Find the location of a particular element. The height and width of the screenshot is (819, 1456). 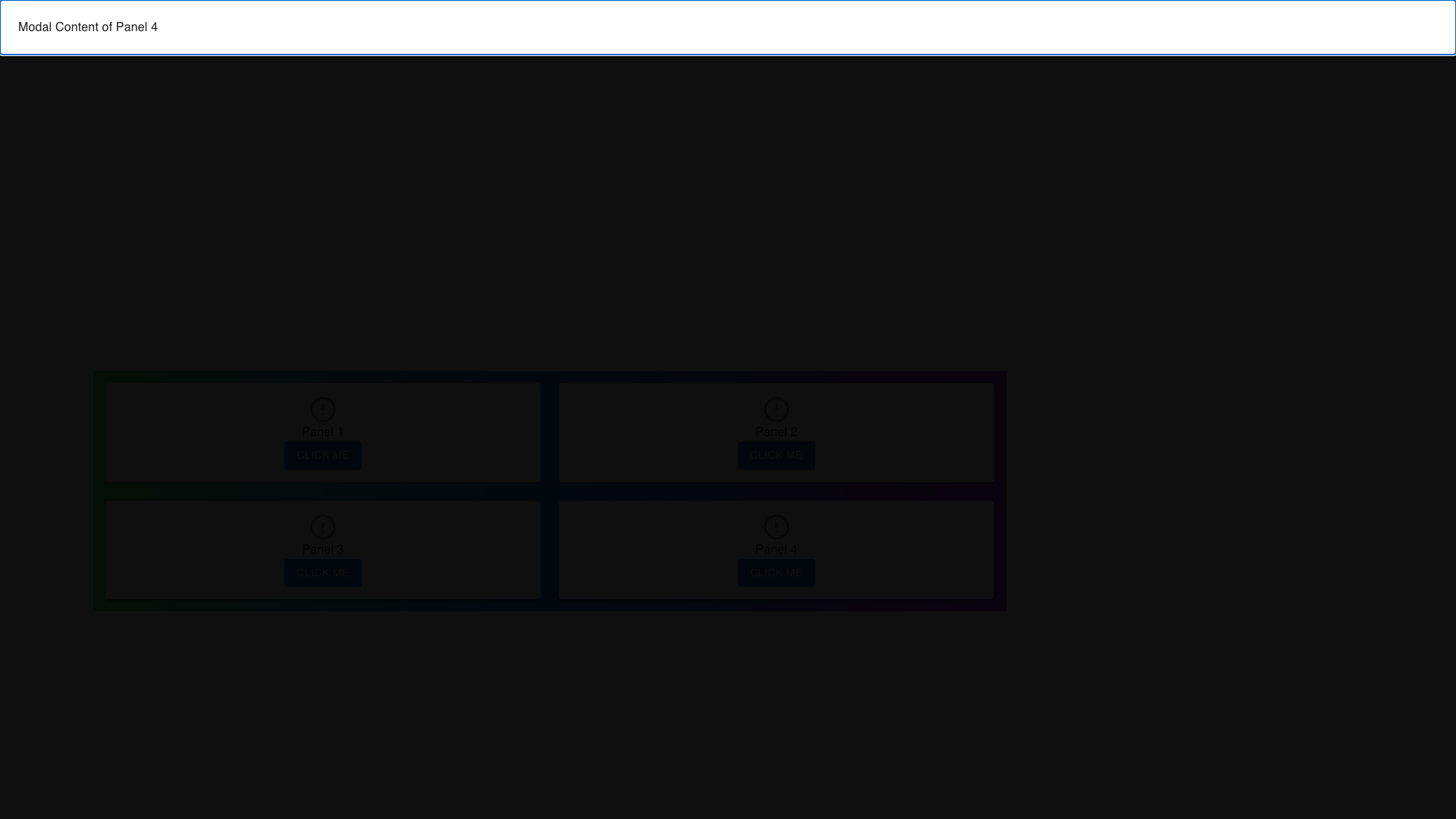

the visual alert indicator located at the top-center of 'Panel 3', which signals status or information is located at coordinates (322, 526).